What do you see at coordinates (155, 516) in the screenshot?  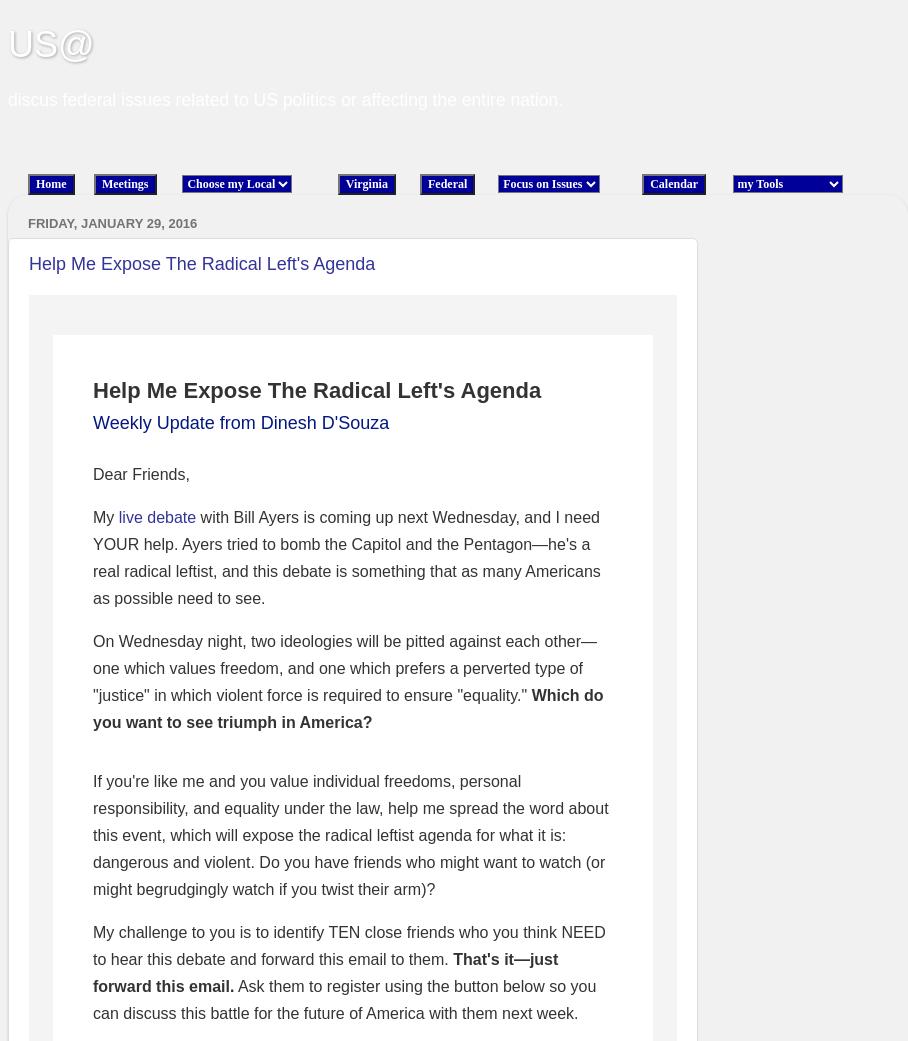 I see `'live debate'` at bounding box center [155, 516].